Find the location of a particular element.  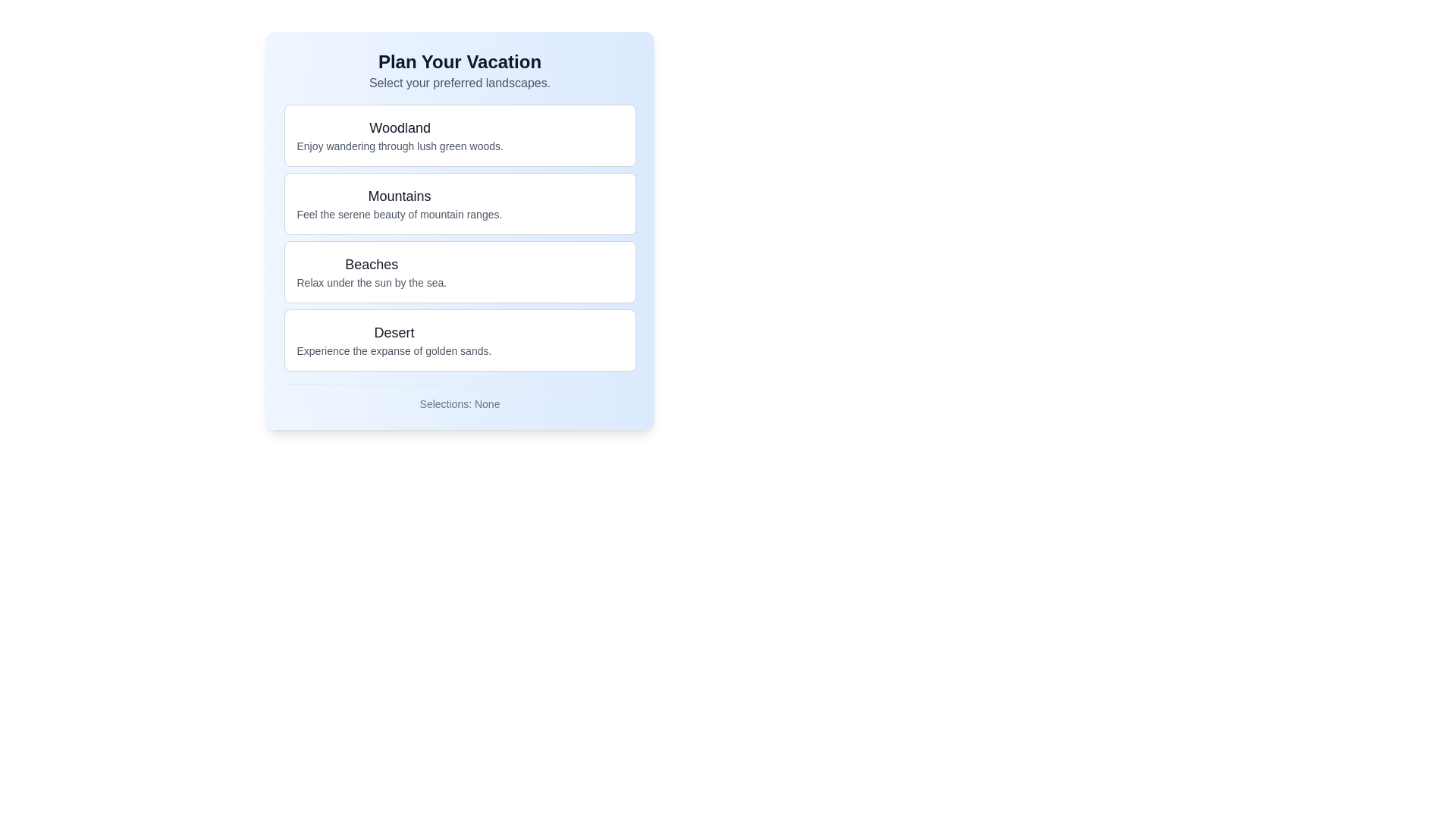

text label located below the title 'Plan Your Vacation' that introduces options for selecting landscape preferences is located at coordinates (459, 83).